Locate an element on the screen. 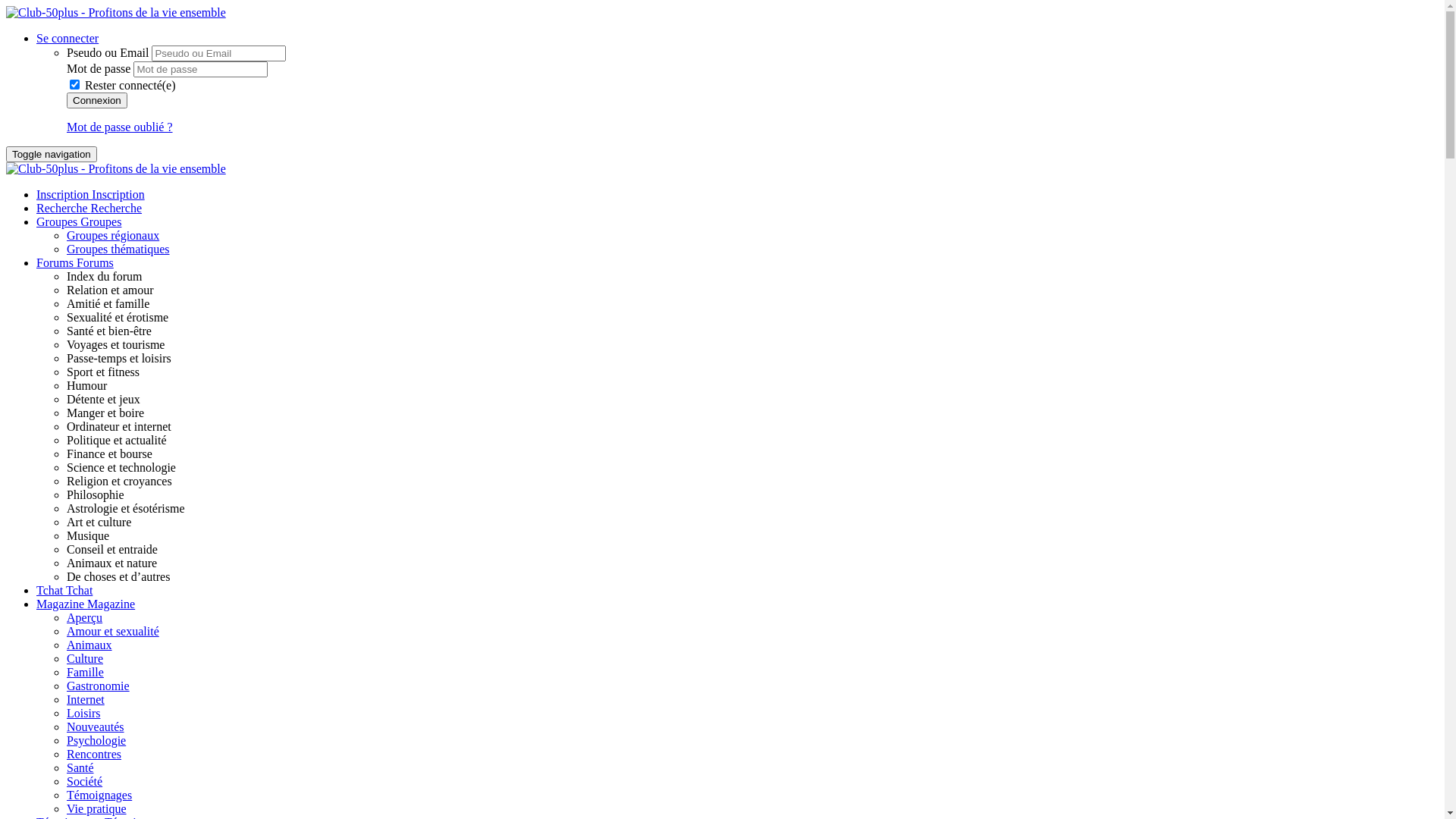 This screenshot has width=1456, height=819. 'Voyages et tourisme' is located at coordinates (115, 344).